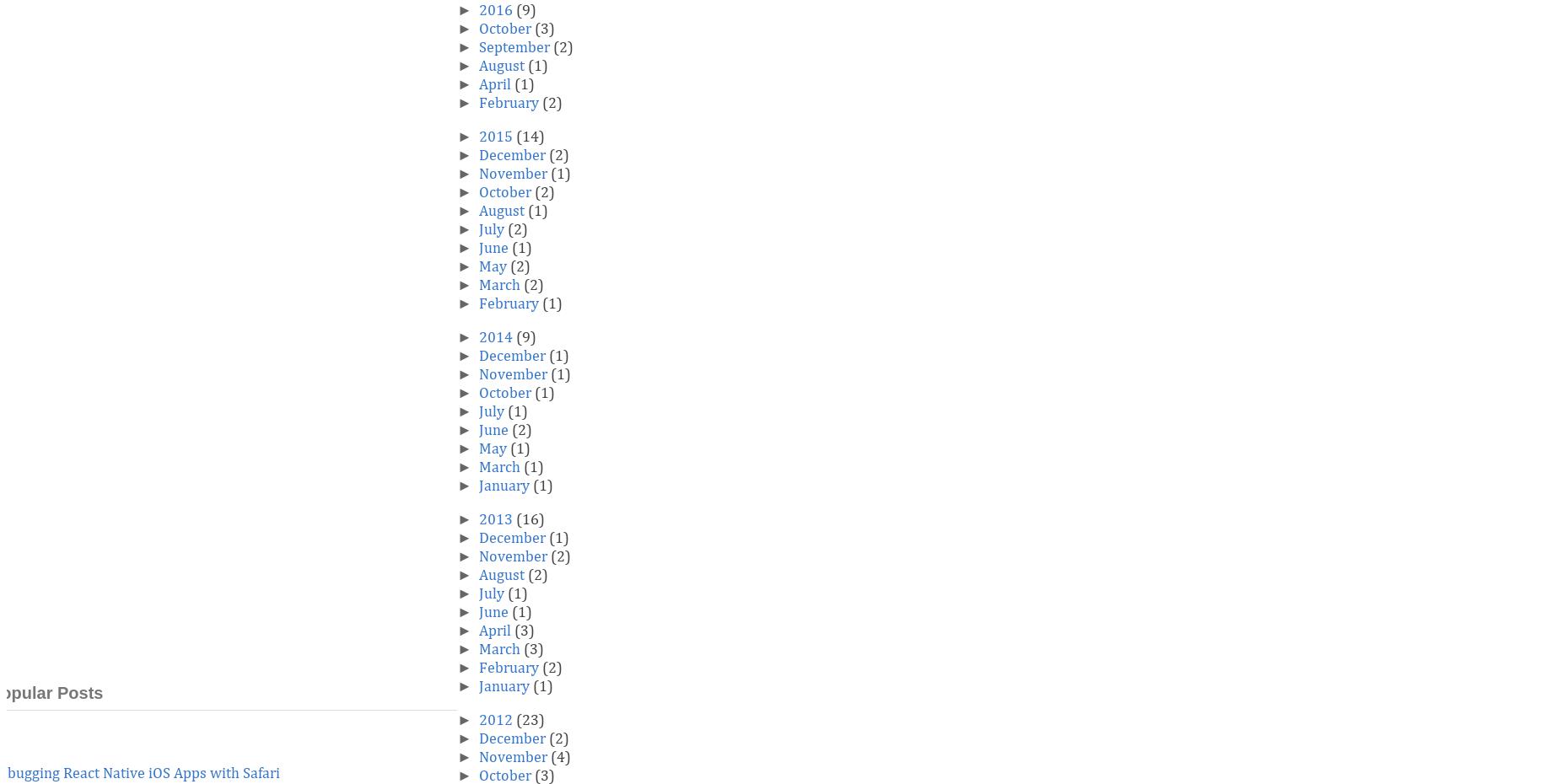 The width and height of the screenshot is (1567, 784). What do you see at coordinates (495, 338) in the screenshot?
I see `'2014'` at bounding box center [495, 338].